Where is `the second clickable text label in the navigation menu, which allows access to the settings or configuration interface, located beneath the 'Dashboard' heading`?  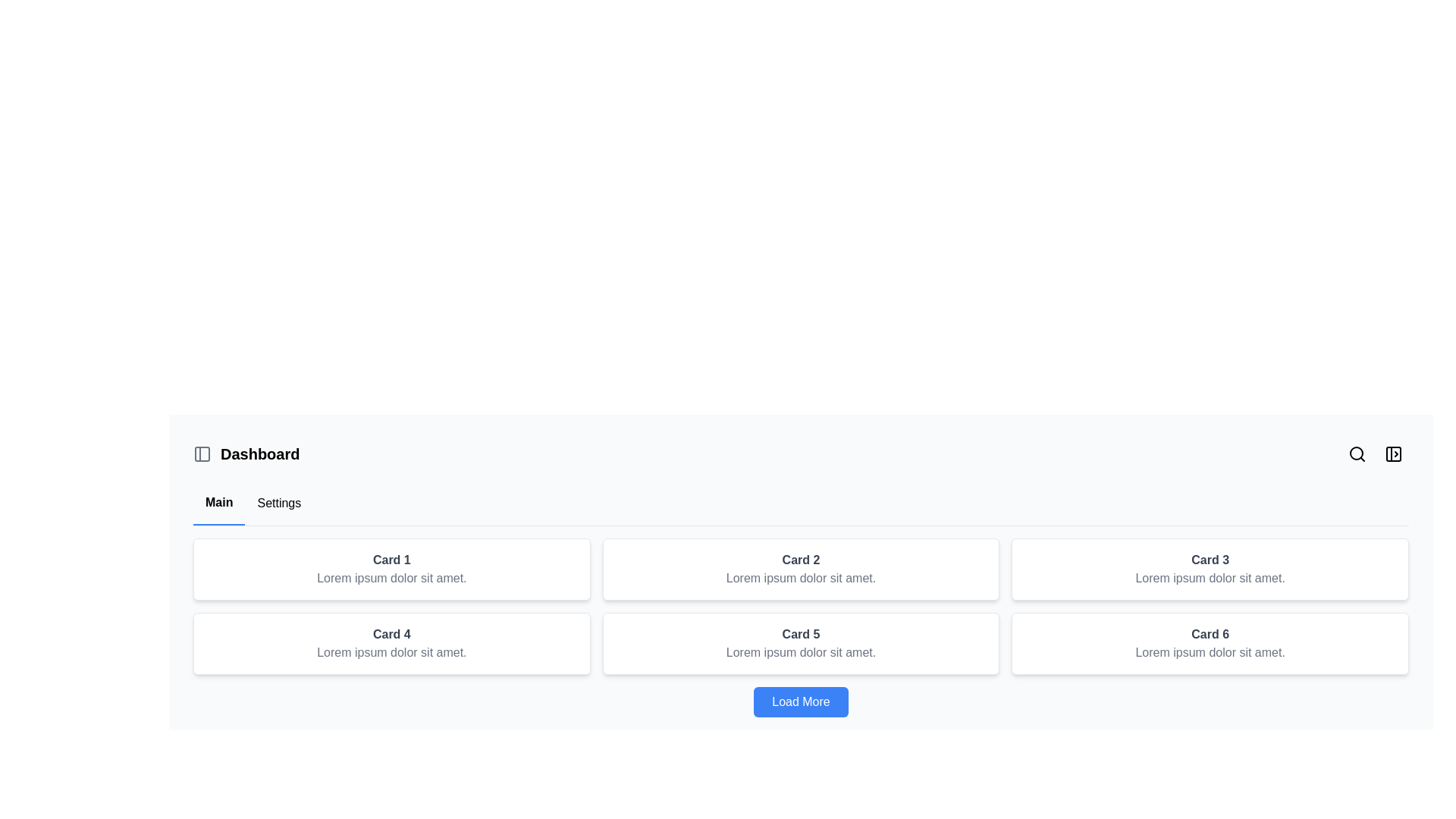
the second clickable text label in the navigation menu, which allows access to the settings or configuration interface, located beneath the 'Dashboard' heading is located at coordinates (279, 503).